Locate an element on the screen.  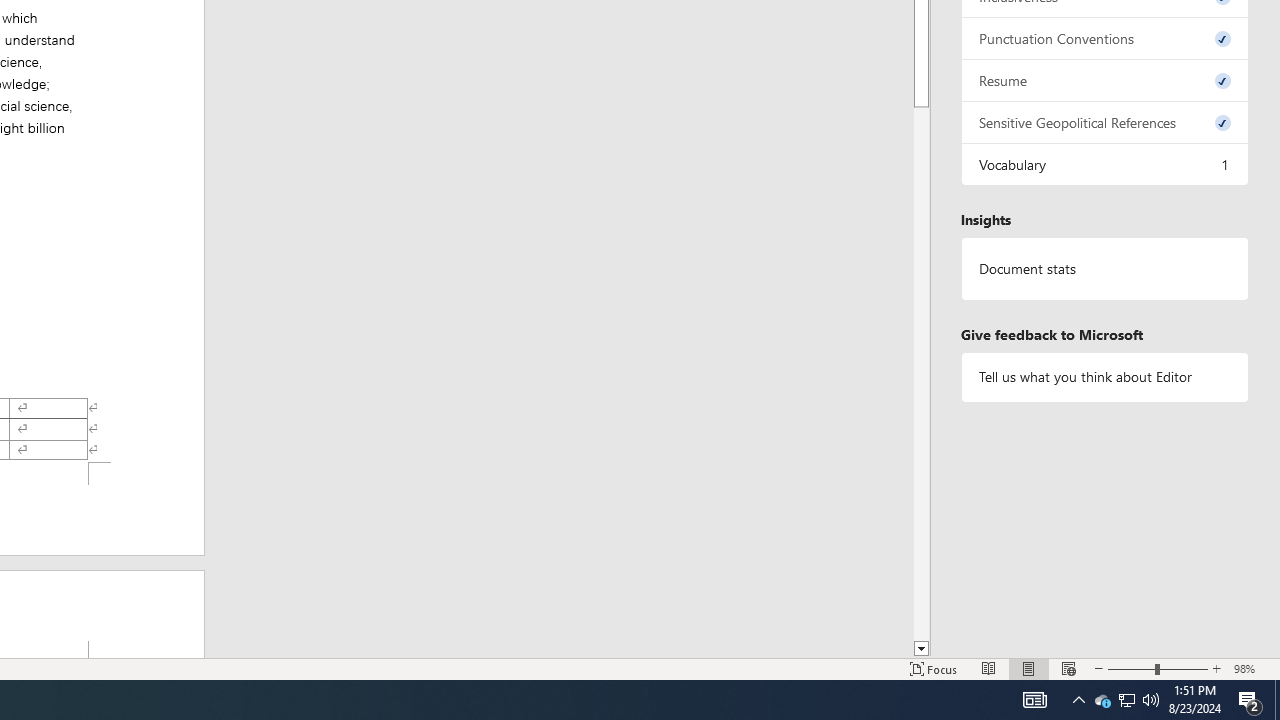
'Line down' is located at coordinates (920, 649).